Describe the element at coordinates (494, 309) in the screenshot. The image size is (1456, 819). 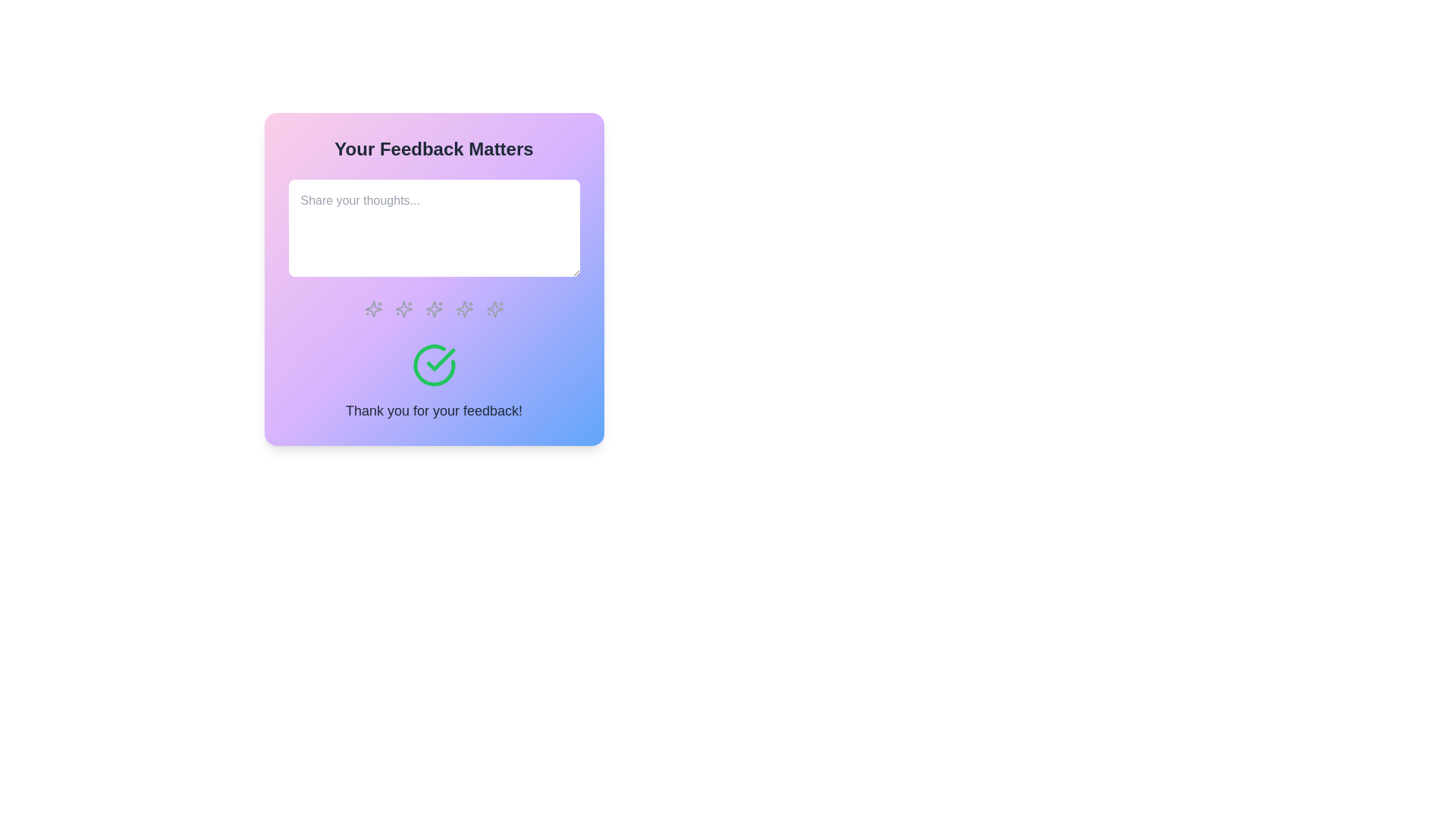
I see `the fifth star-shaped interactive icon located at the center-bottom area of the card` at that location.